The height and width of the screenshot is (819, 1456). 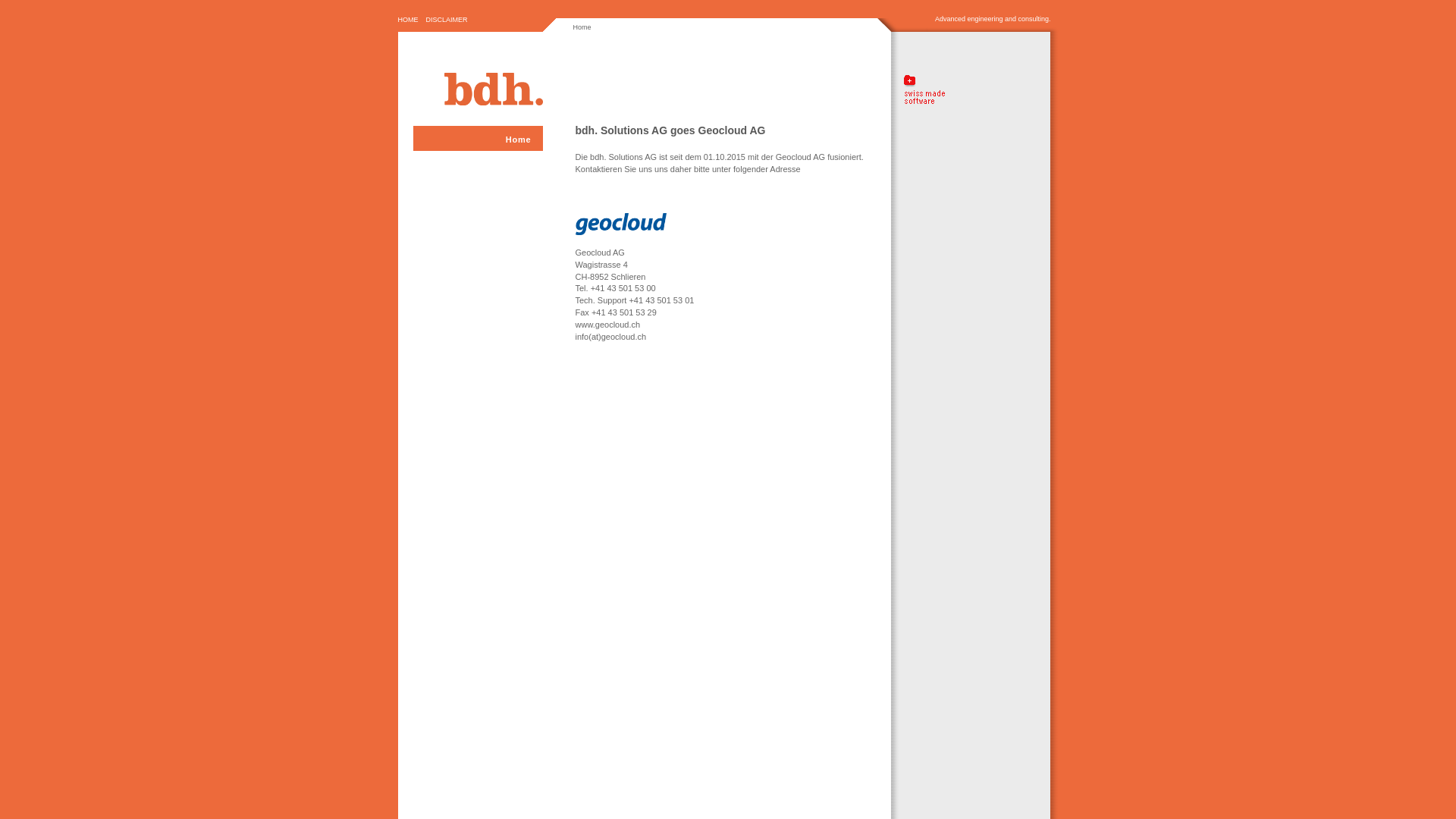 What do you see at coordinates (408, 20) in the screenshot?
I see `'HOME'` at bounding box center [408, 20].